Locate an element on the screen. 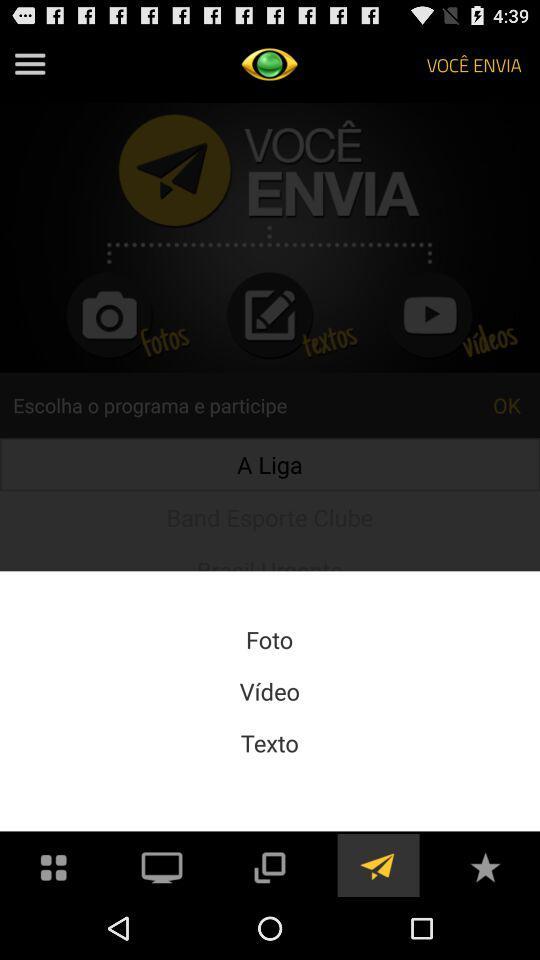 Image resolution: width=540 pixels, height=960 pixels. the symbol at bottom right which is left to monitor symbol is located at coordinates (54, 864).